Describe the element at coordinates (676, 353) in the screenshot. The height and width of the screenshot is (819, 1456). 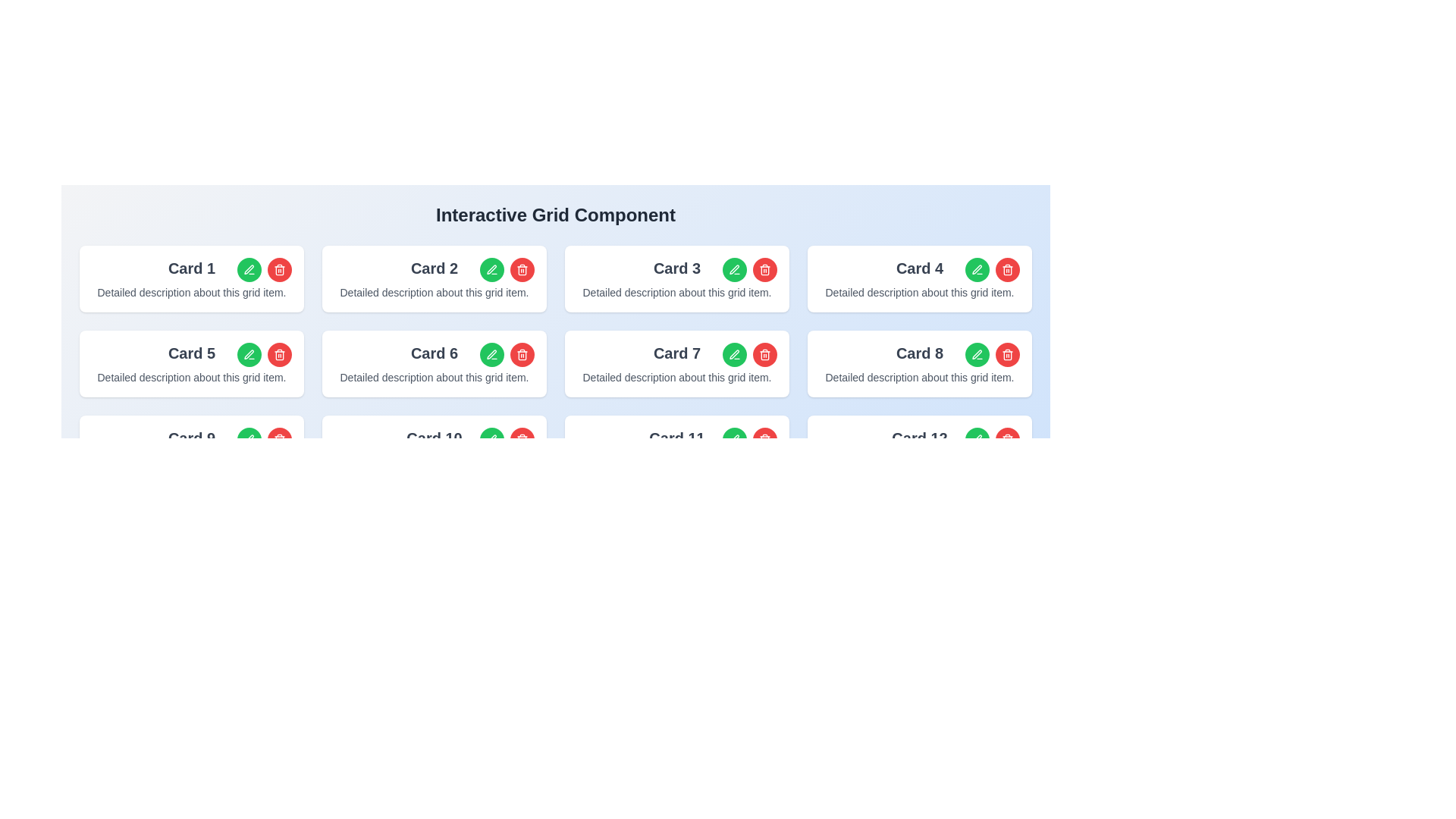
I see `the static text label 'Card 7', which serves as the title for the associated grid card located in the second row, third column of the grid` at that location.